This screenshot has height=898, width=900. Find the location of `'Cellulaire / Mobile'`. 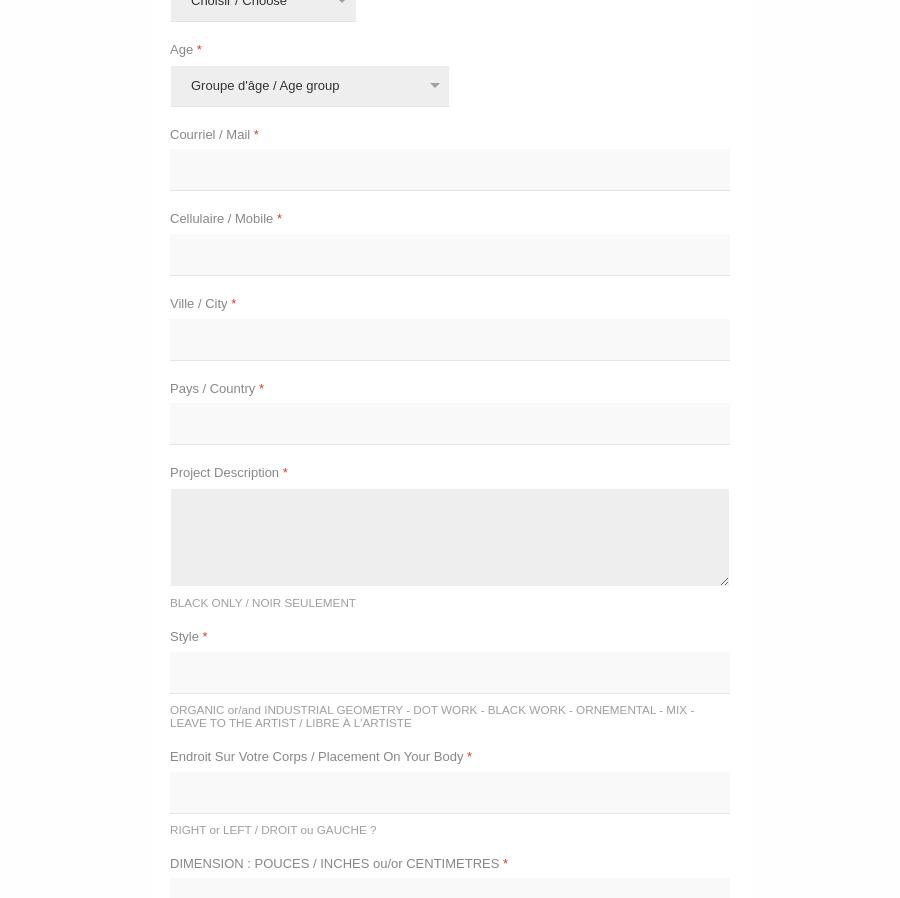

'Cellulaire / Mobile' is located at coordinates (223, 217).